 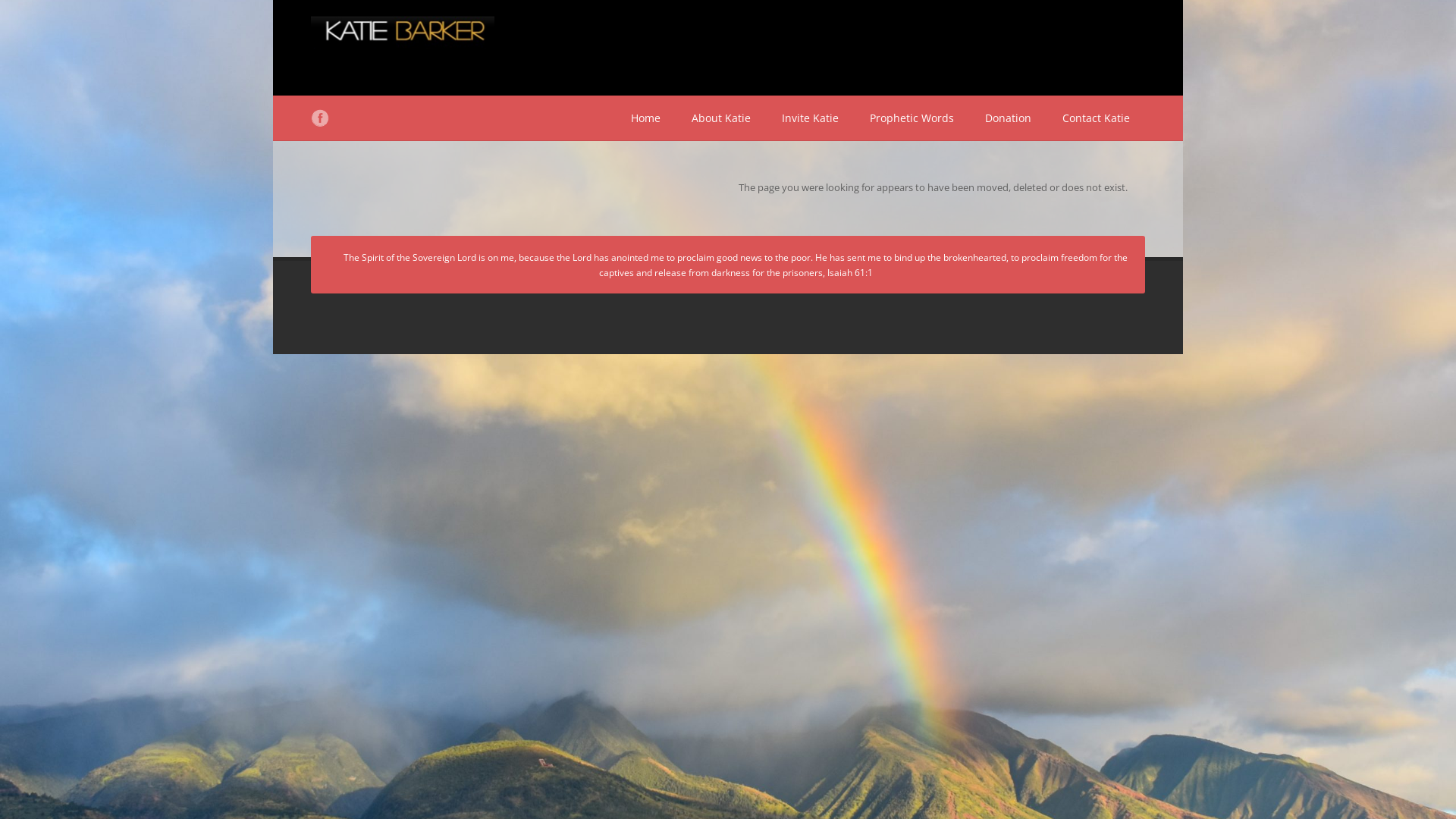 I want to click on 'Facebook', so click(x=319, y=117).